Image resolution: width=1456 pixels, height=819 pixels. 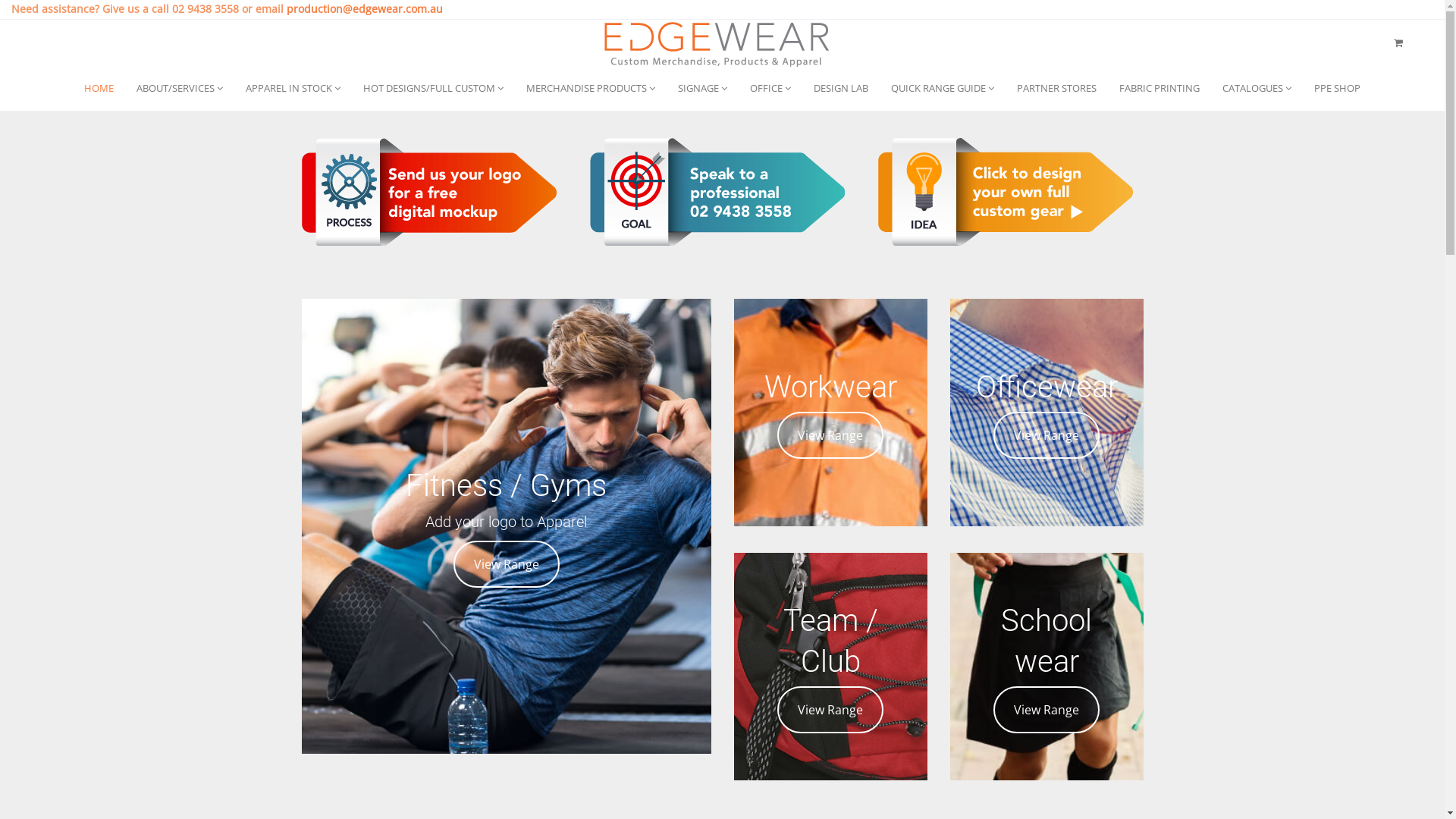 What do you see at coordinates (364, 8) in the screenshot?
I see `'production@edgewear.com.au'` at bounding box center [364, 8].